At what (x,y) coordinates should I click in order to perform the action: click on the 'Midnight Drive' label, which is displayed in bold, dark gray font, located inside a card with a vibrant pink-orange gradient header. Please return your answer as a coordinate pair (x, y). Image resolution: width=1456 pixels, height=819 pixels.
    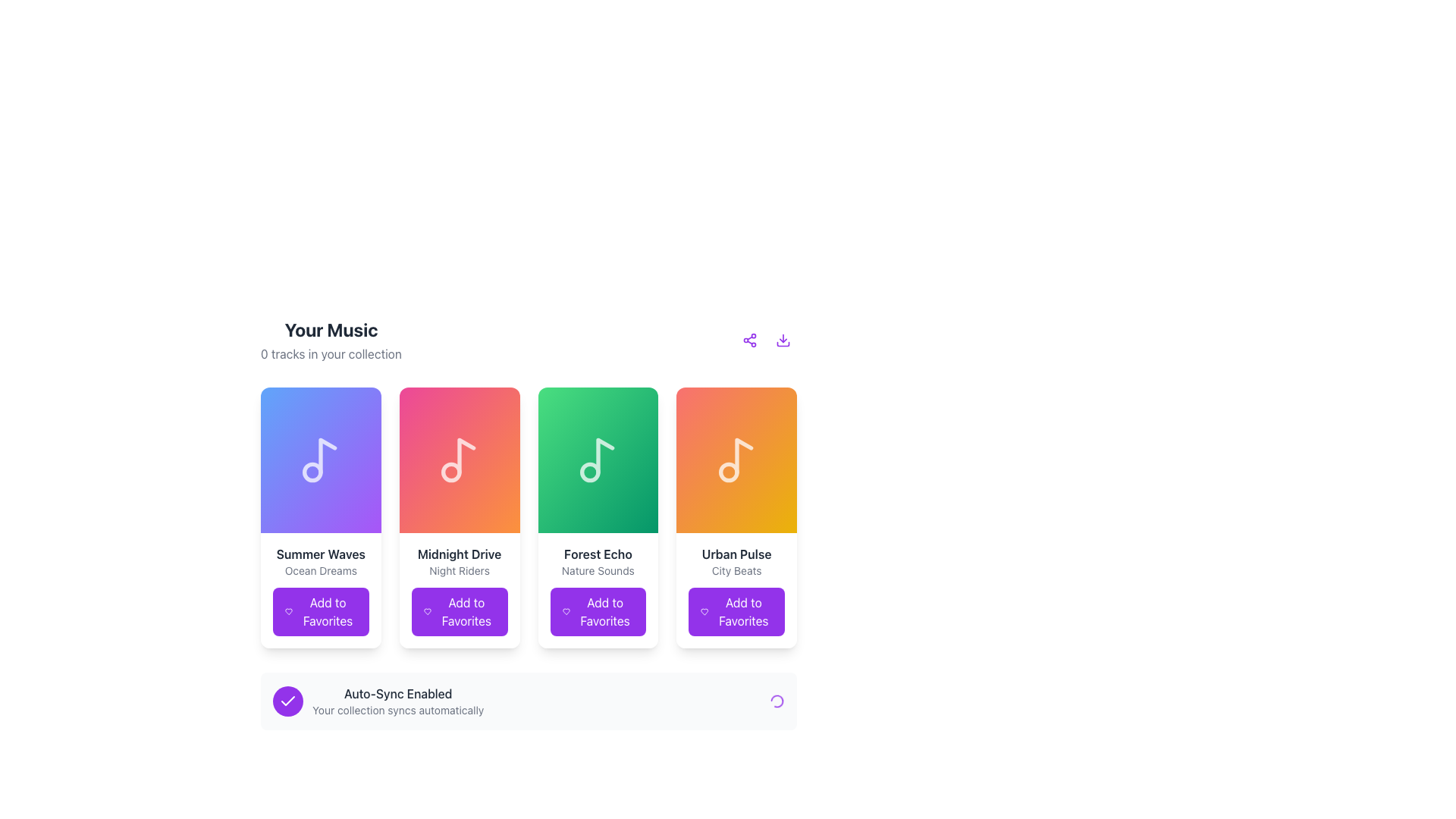
    Looking at the image, I should click on (459, 554).